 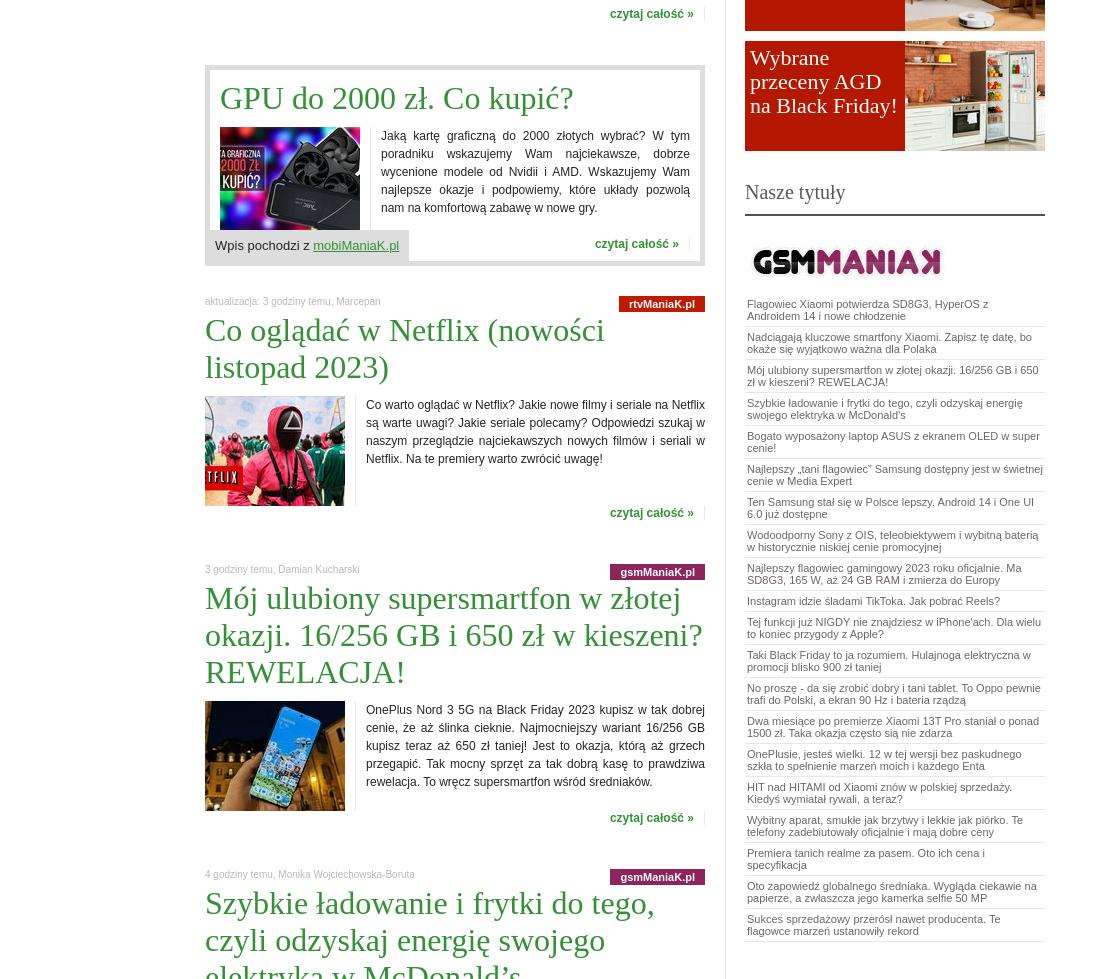 I want to click on 'Wodoodporny Sony z OIS, teleobiektywem i wybitną baterią w historycznie niskiej cenie promocyjnej', so click(x=746, y=539).